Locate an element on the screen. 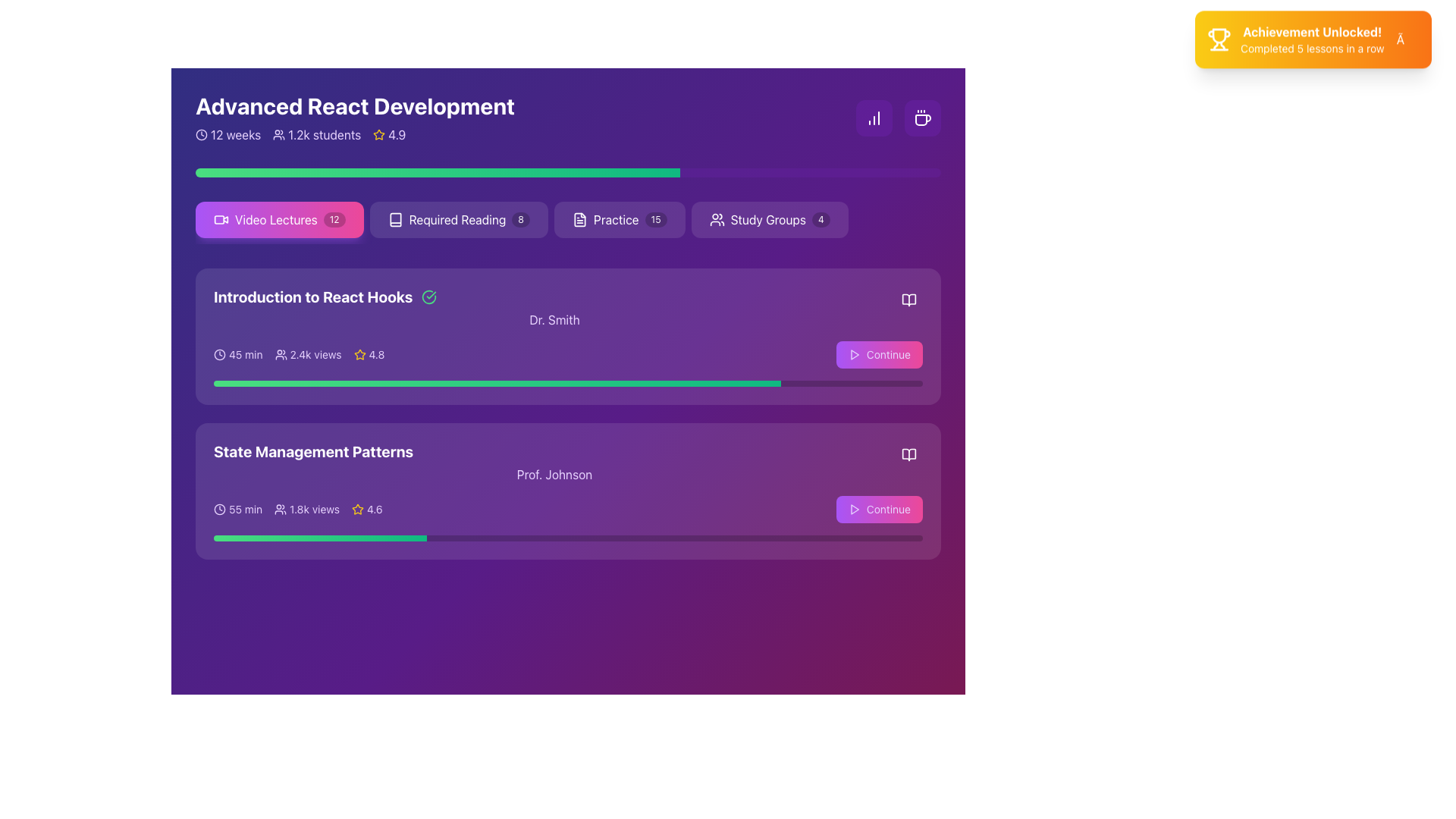 The height and width of the screenshot is (819, 1456). the triangular play icon located inside the pinkish 'Continue' button at the lower-right corner of the 'Introduction to React Hooks' section is located at coordinates (855, 509).